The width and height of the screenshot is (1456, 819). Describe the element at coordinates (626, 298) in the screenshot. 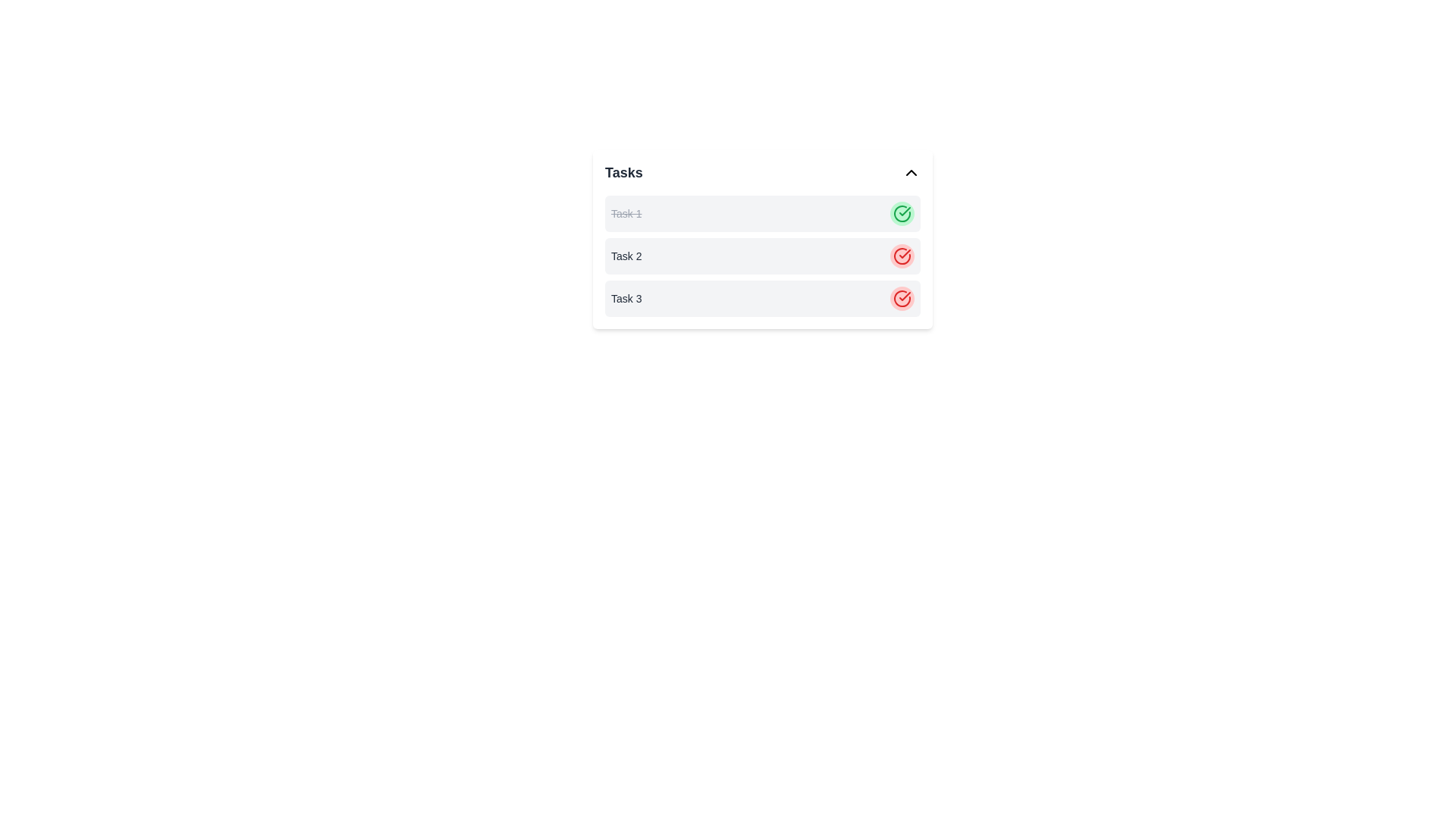

I see `the Text Label indicating the name or title of the third task in the task list, positioned directly below 'Task 2'` at that location.